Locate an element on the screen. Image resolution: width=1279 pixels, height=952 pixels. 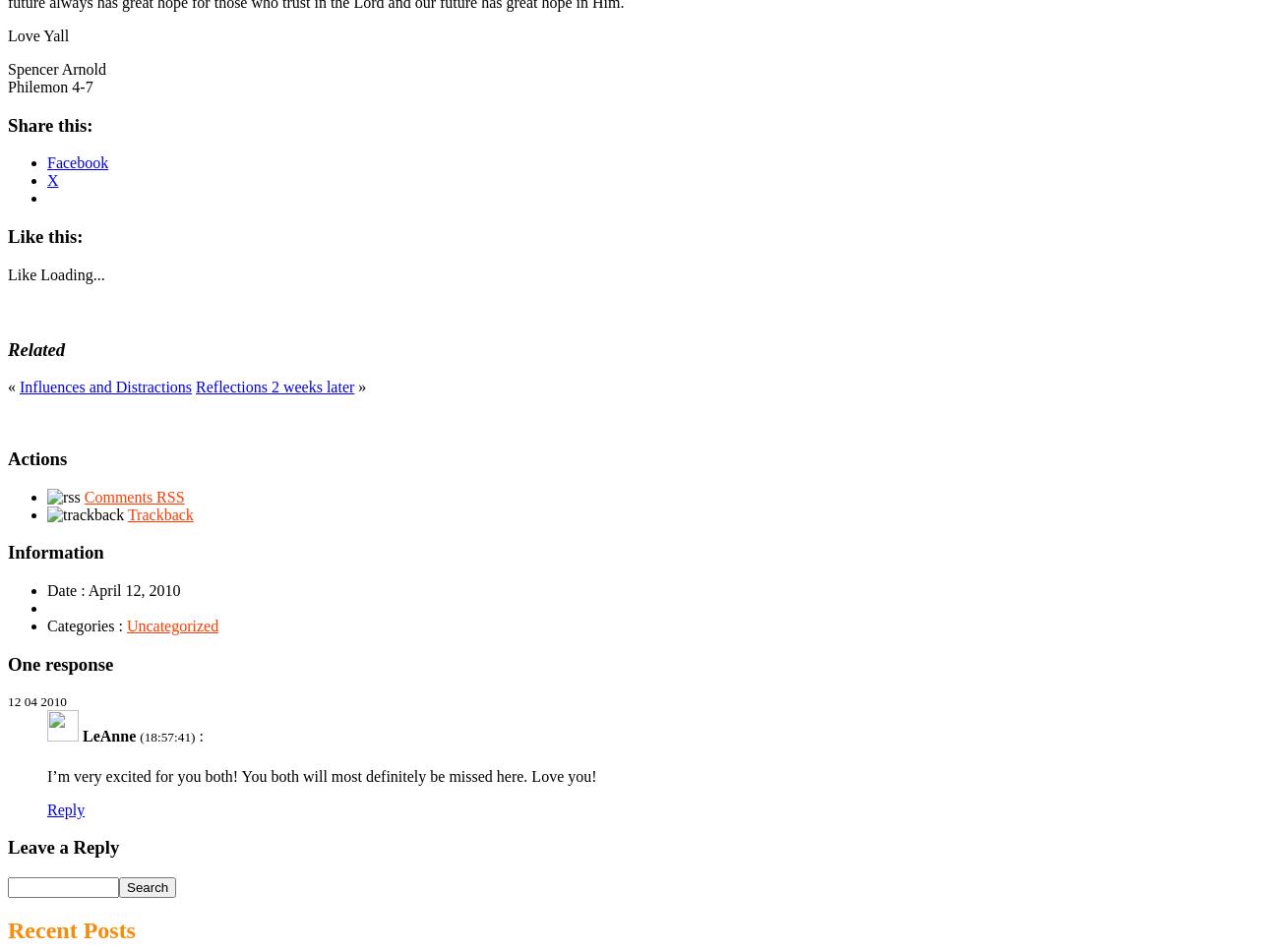
'X' is located at coordinates (51, 180).